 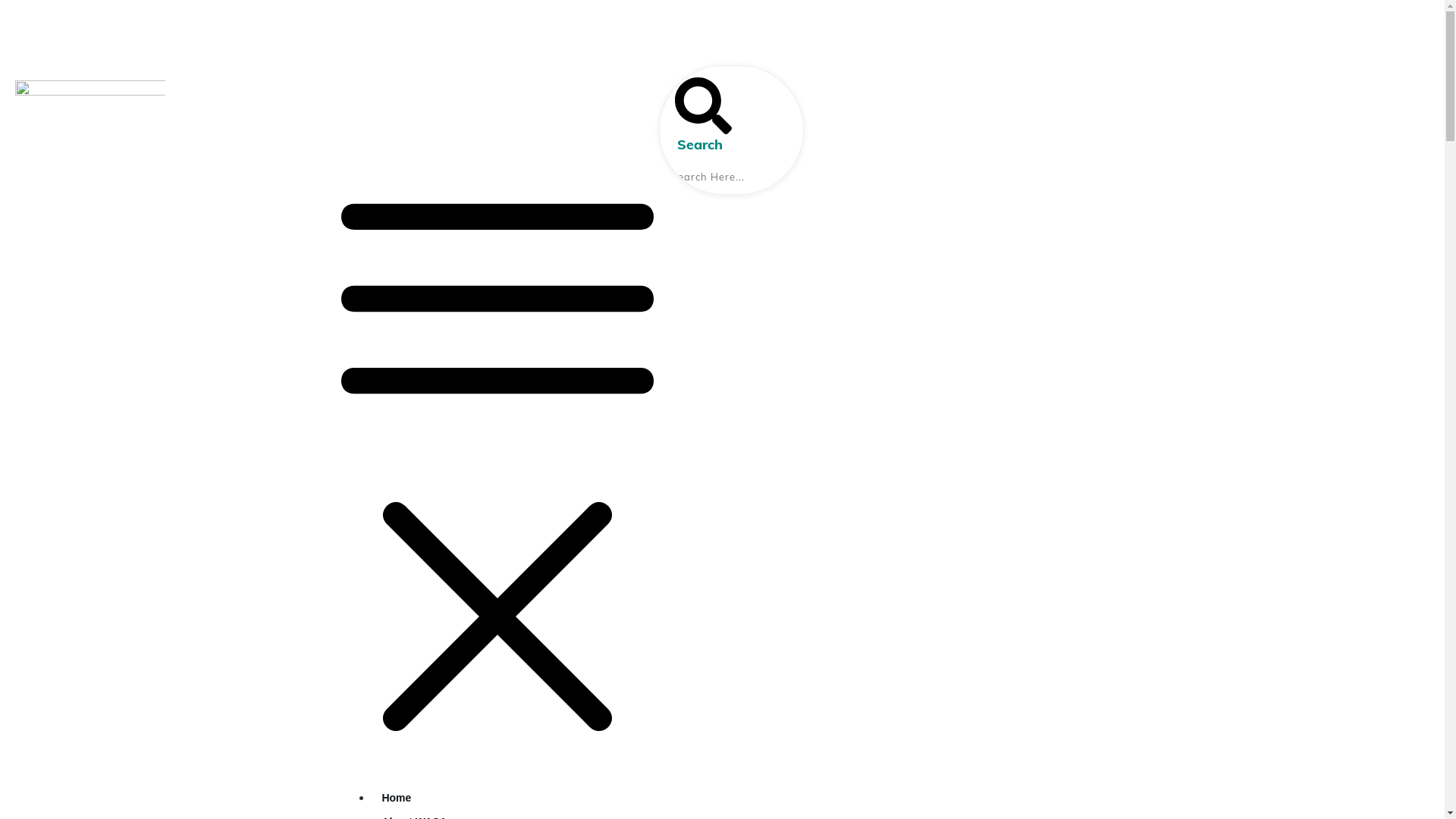 What do you see at coordinates (396, 797) in the screenshot?
I see `'Home'` at bounding box center [396, 797].